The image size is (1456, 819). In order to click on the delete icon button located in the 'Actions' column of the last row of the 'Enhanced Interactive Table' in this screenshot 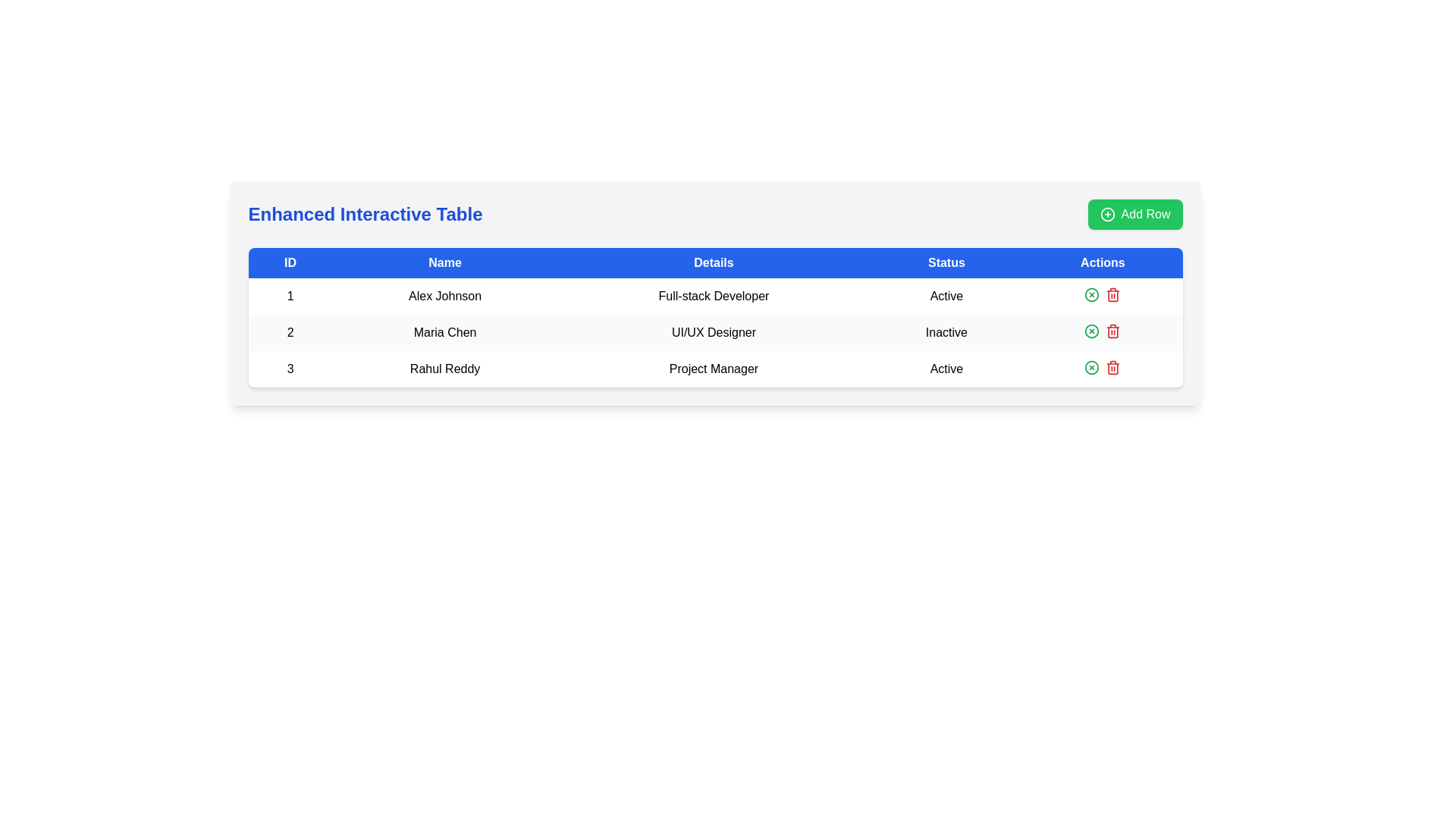, I will do `click(1113, 331)`.